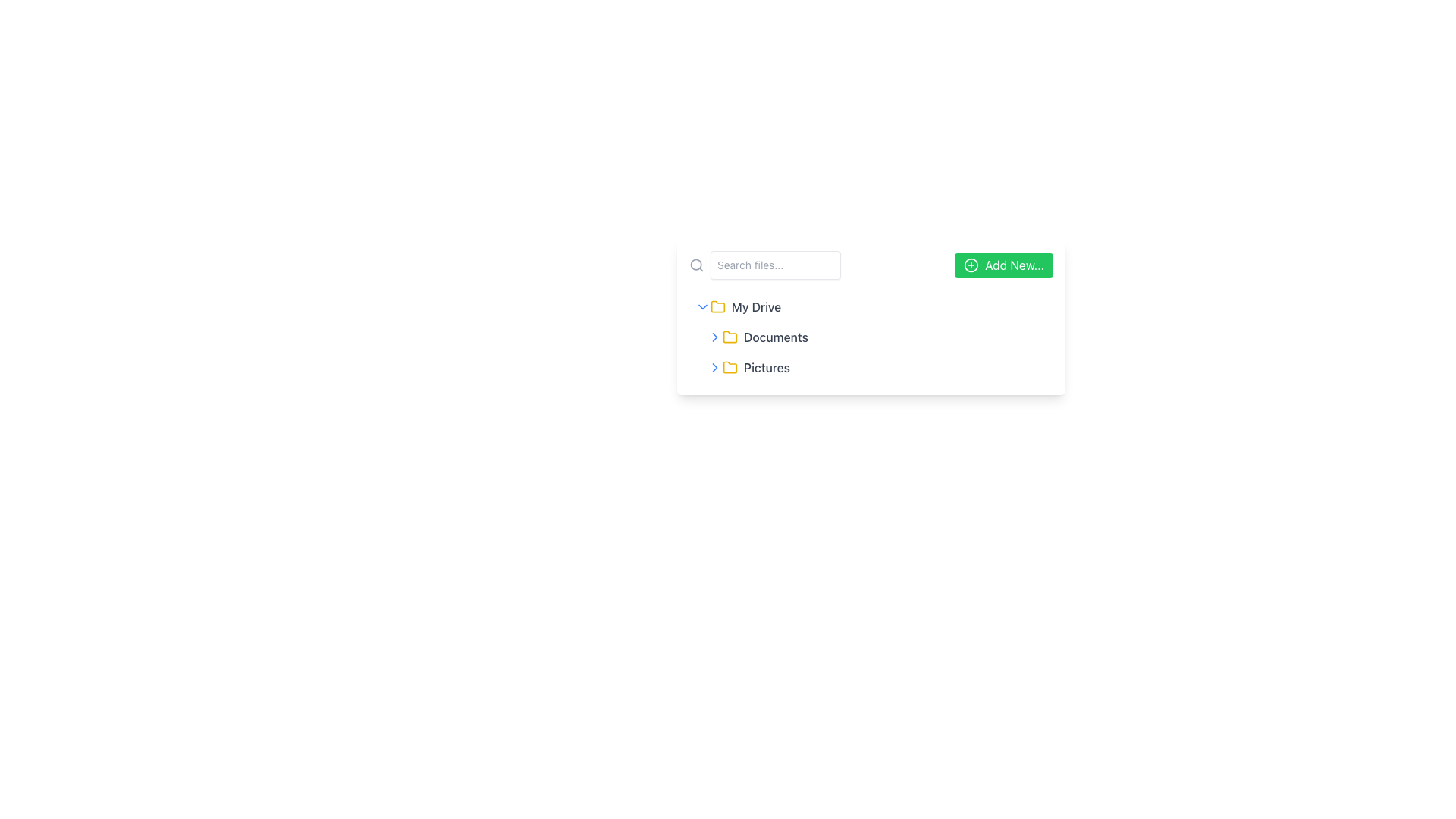 This screenshot has width=1456, height=819. I want to click on the 'Pictures' folder entry in the navigation list, so click(877, 368).